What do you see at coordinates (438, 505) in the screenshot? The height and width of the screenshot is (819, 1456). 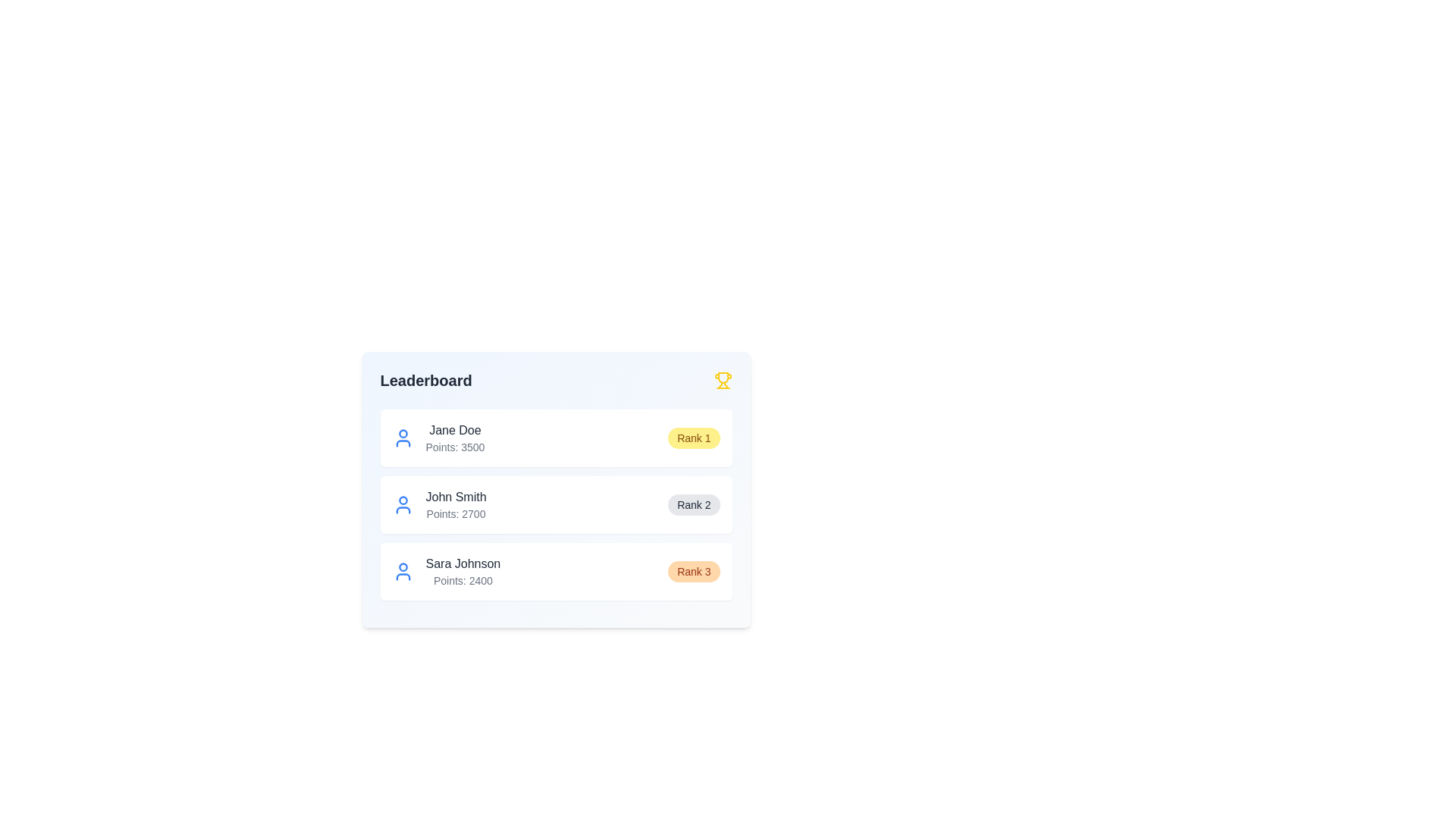 I see `to select the second entry in the leaderboard, which displays the user's name and score, located below 'Jane Doe' and above 'Sara Johnson'` at bounding box center [438, 505].